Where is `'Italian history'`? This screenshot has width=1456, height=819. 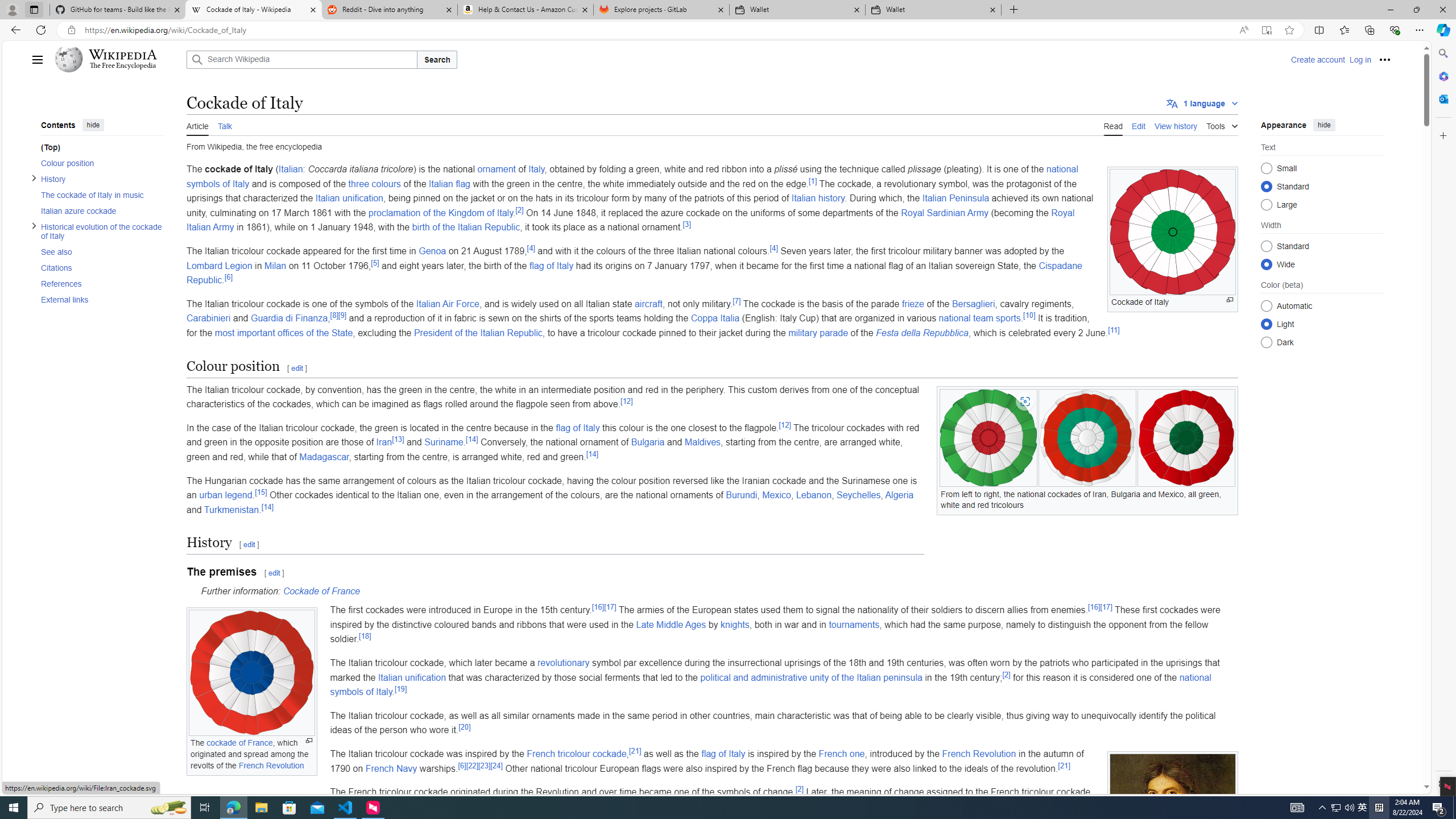 'Italian history' is located at coordinates (817, 198).